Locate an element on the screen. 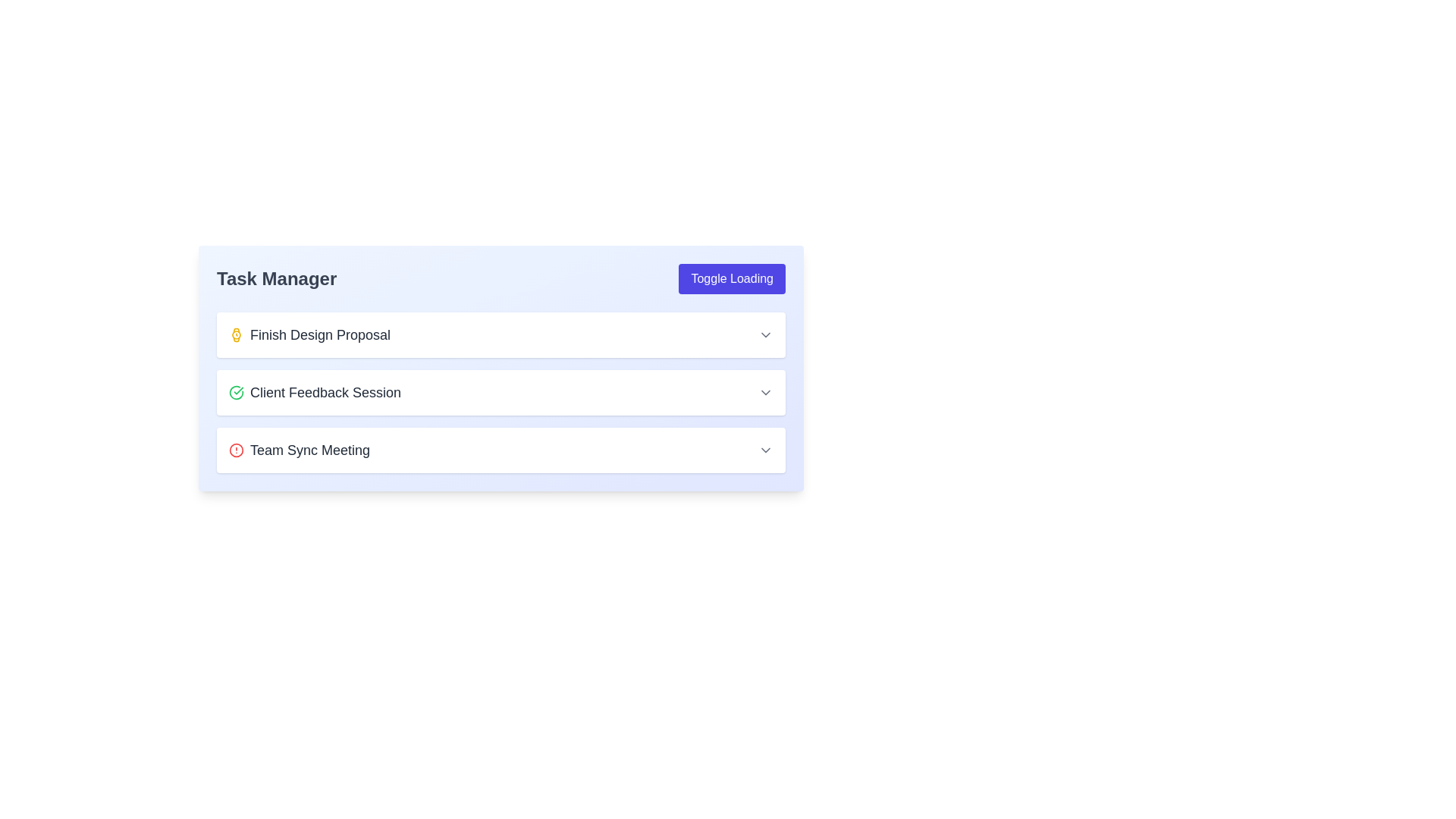 This screenshot has width=1456, height=819. on the 'Finish Design Proposal' collapsible row in the Task Manager card is located at coordinates (501, 334).